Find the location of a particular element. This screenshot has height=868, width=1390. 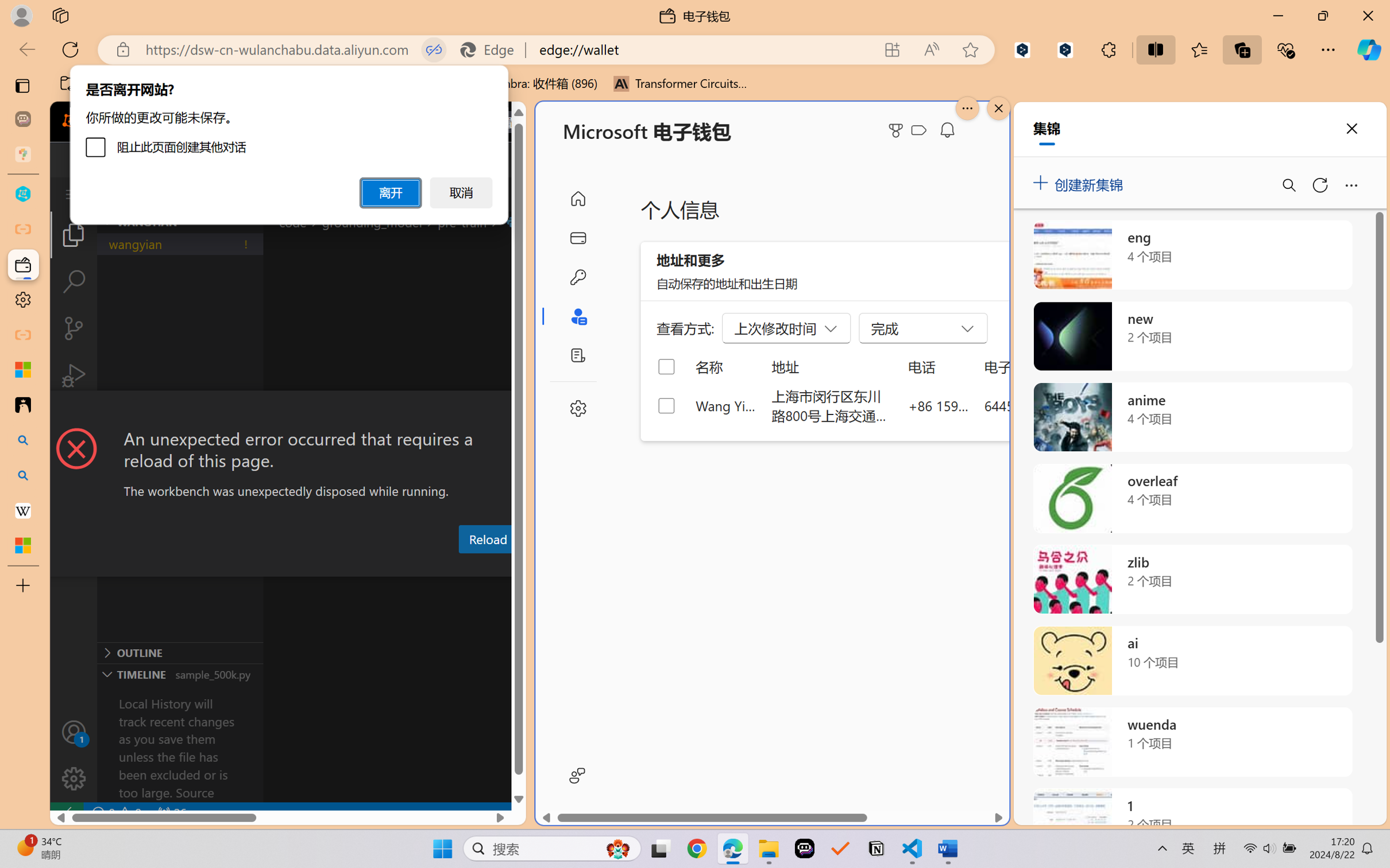

'+86 159 0032 4640' is located at coordinates (939, 405).